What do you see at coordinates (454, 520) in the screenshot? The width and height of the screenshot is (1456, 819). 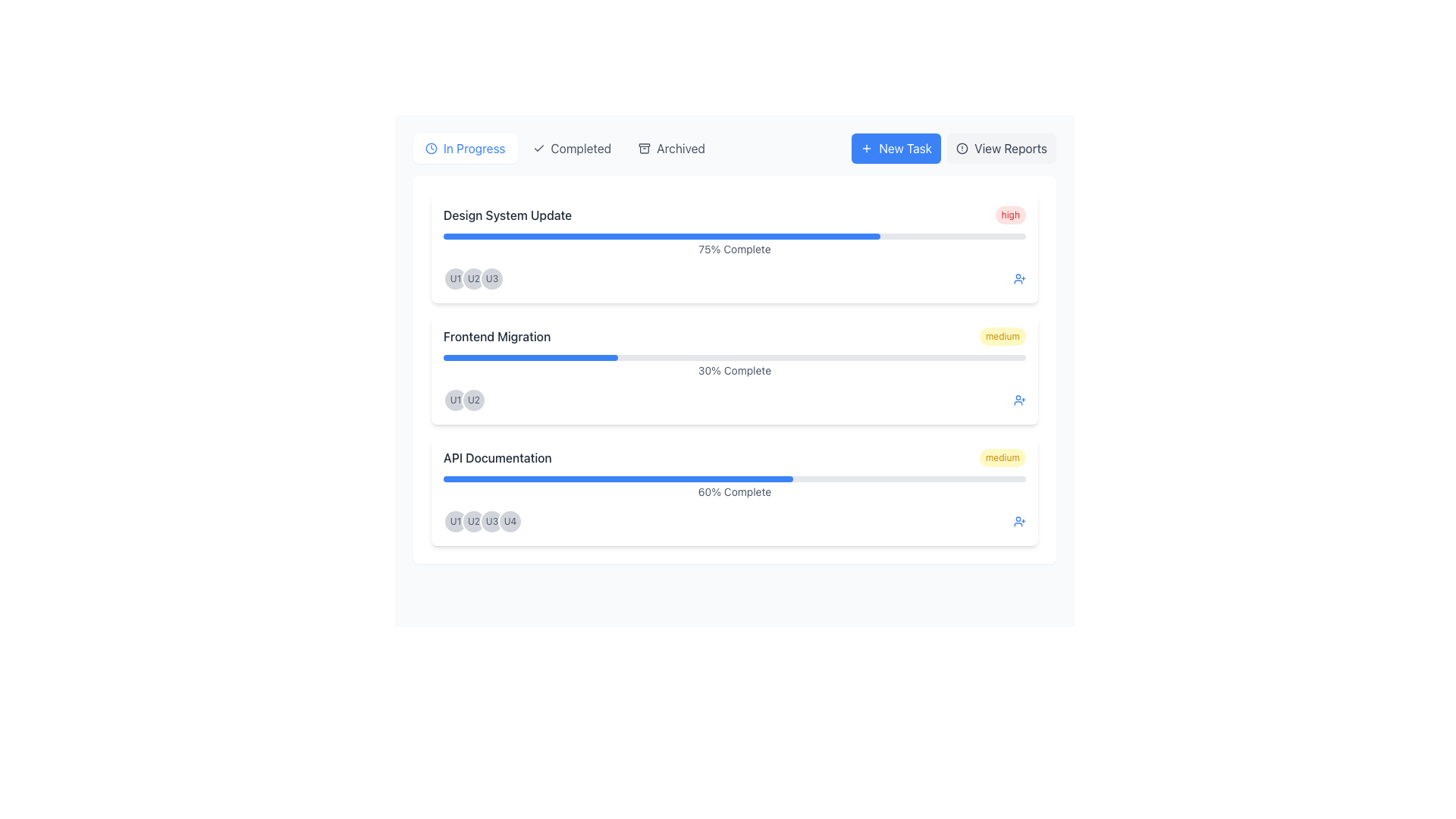 I see `the user badge displaying 'U1', which is the leftmost circular avatar in the 'API Documentation' section` at bounding box center [454, 520].